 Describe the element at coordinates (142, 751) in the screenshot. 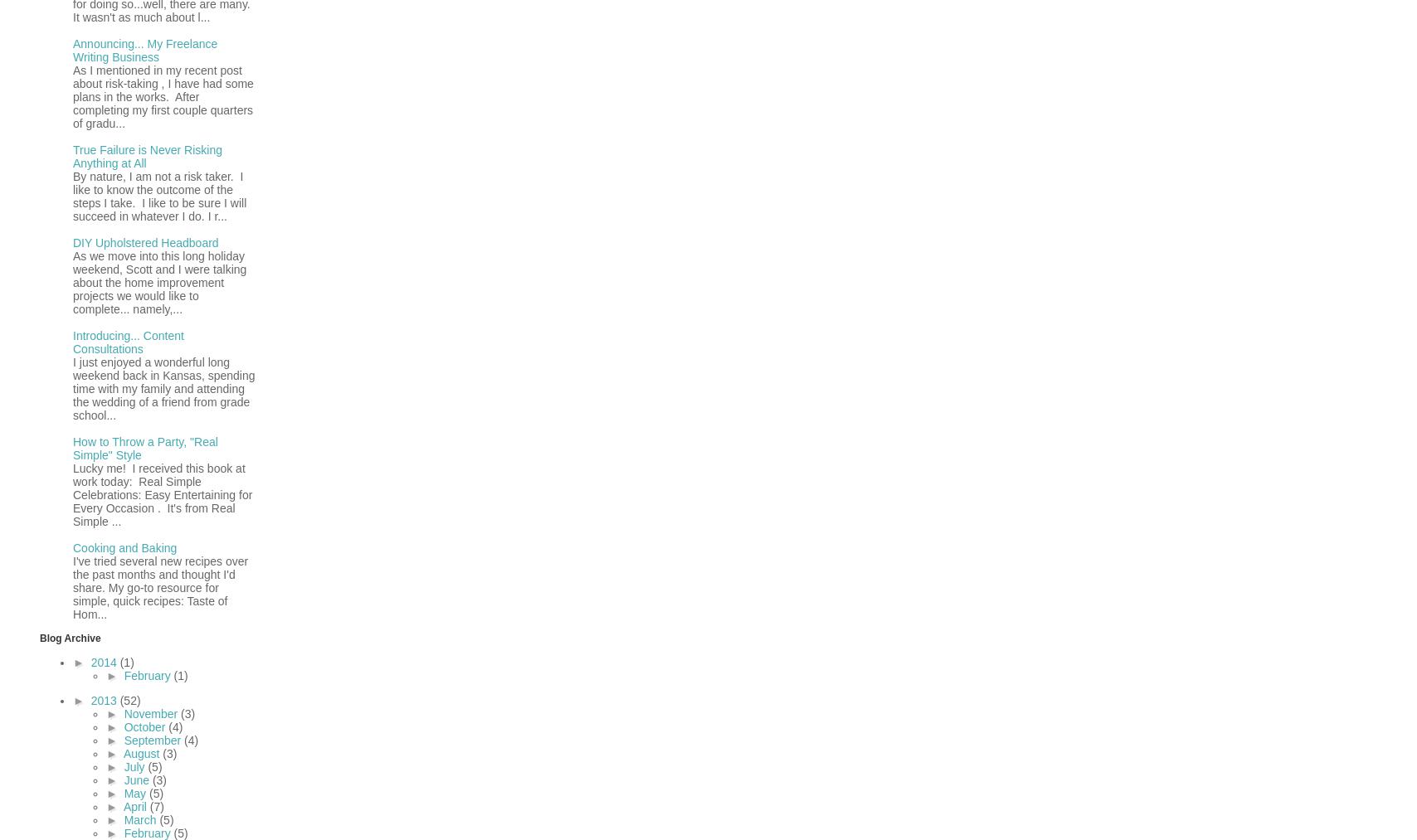

I see `'August'` at that location.